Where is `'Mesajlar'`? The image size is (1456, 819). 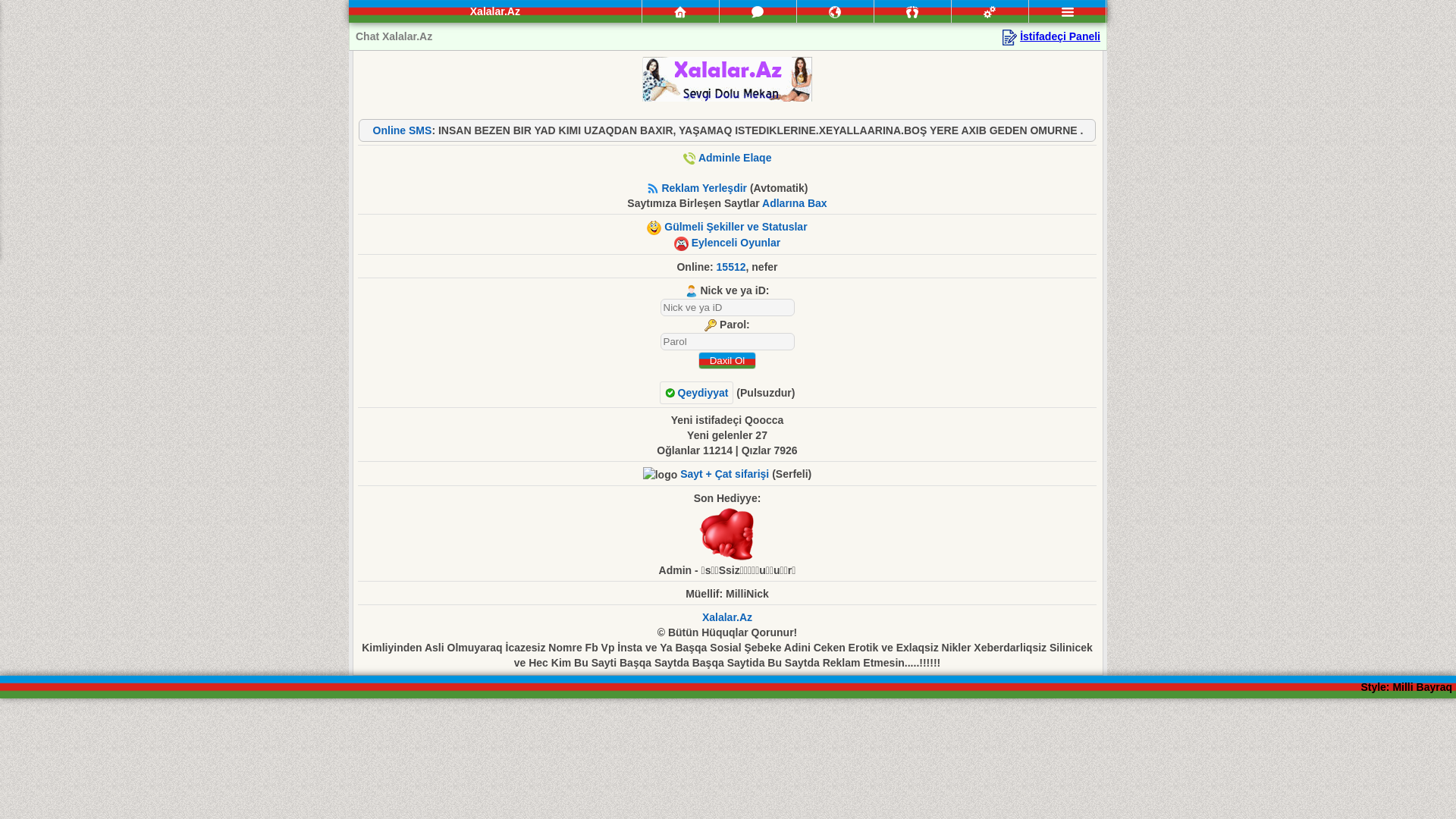 'Mesajlar' is located at coordinates (757, 11).